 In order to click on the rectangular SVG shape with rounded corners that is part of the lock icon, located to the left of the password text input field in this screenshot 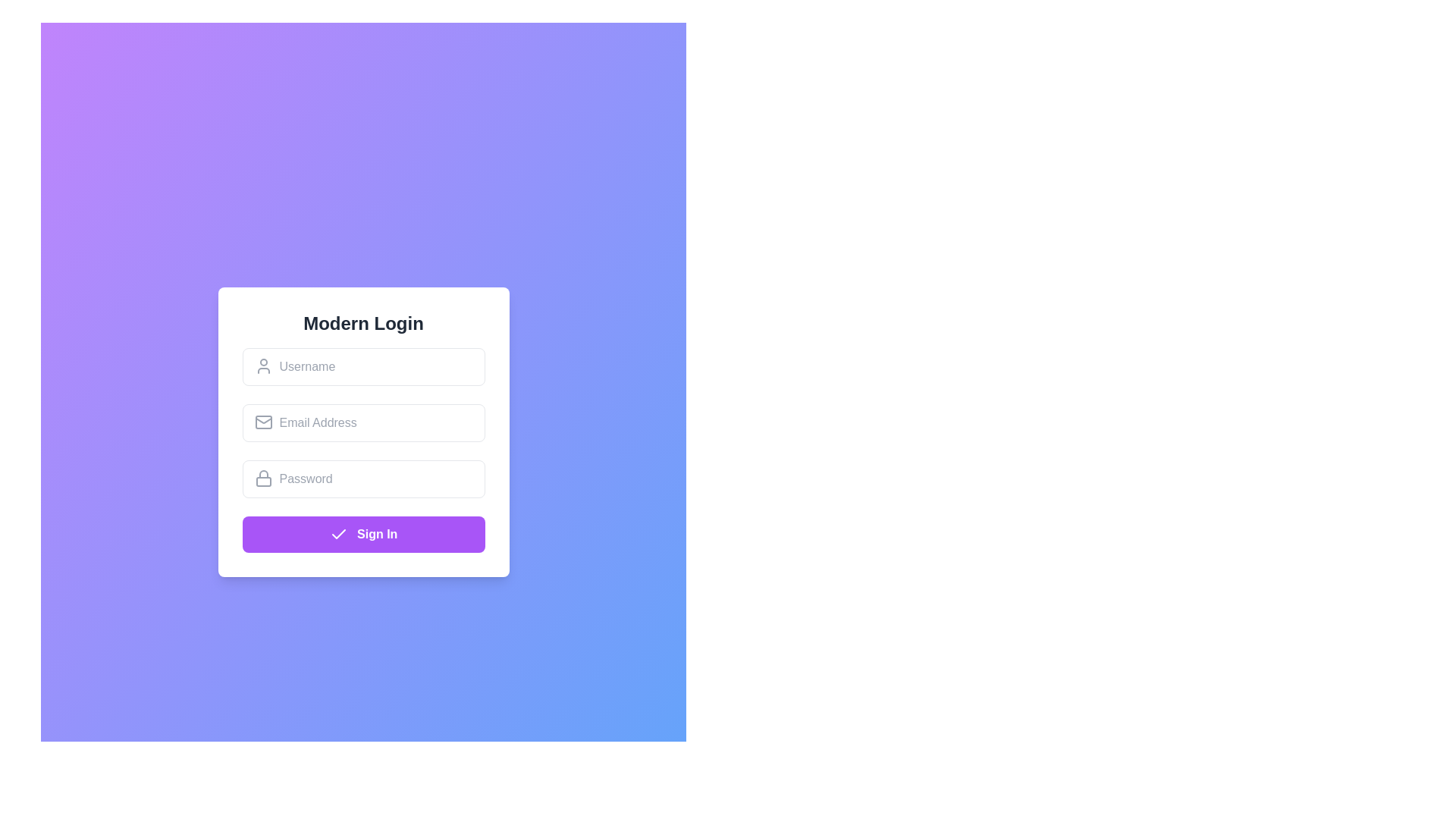, I will do `click(263, 482)`.